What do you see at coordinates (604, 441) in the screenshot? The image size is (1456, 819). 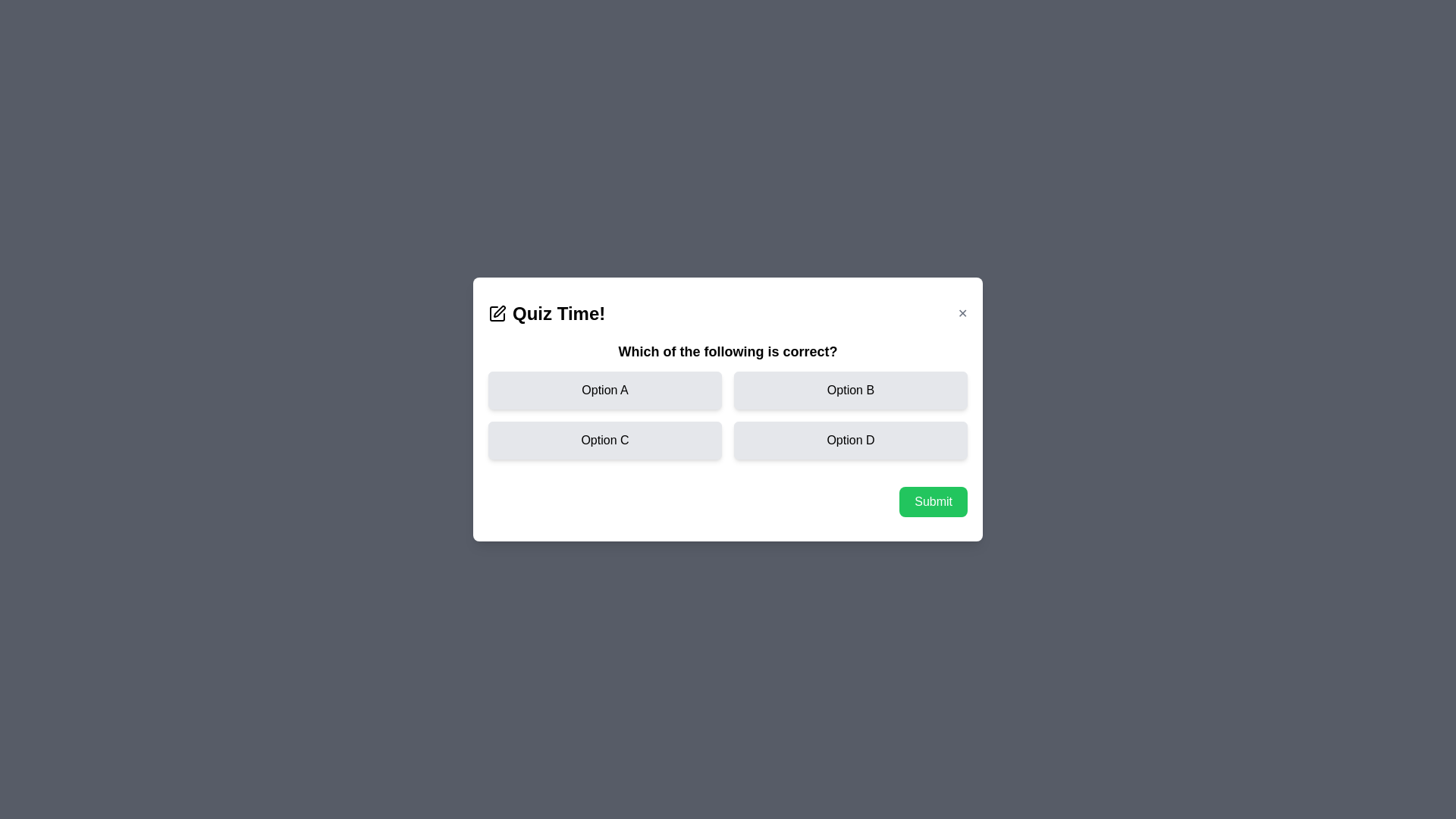 I see `the option Option C to select it` at bounding box center [604, 441].